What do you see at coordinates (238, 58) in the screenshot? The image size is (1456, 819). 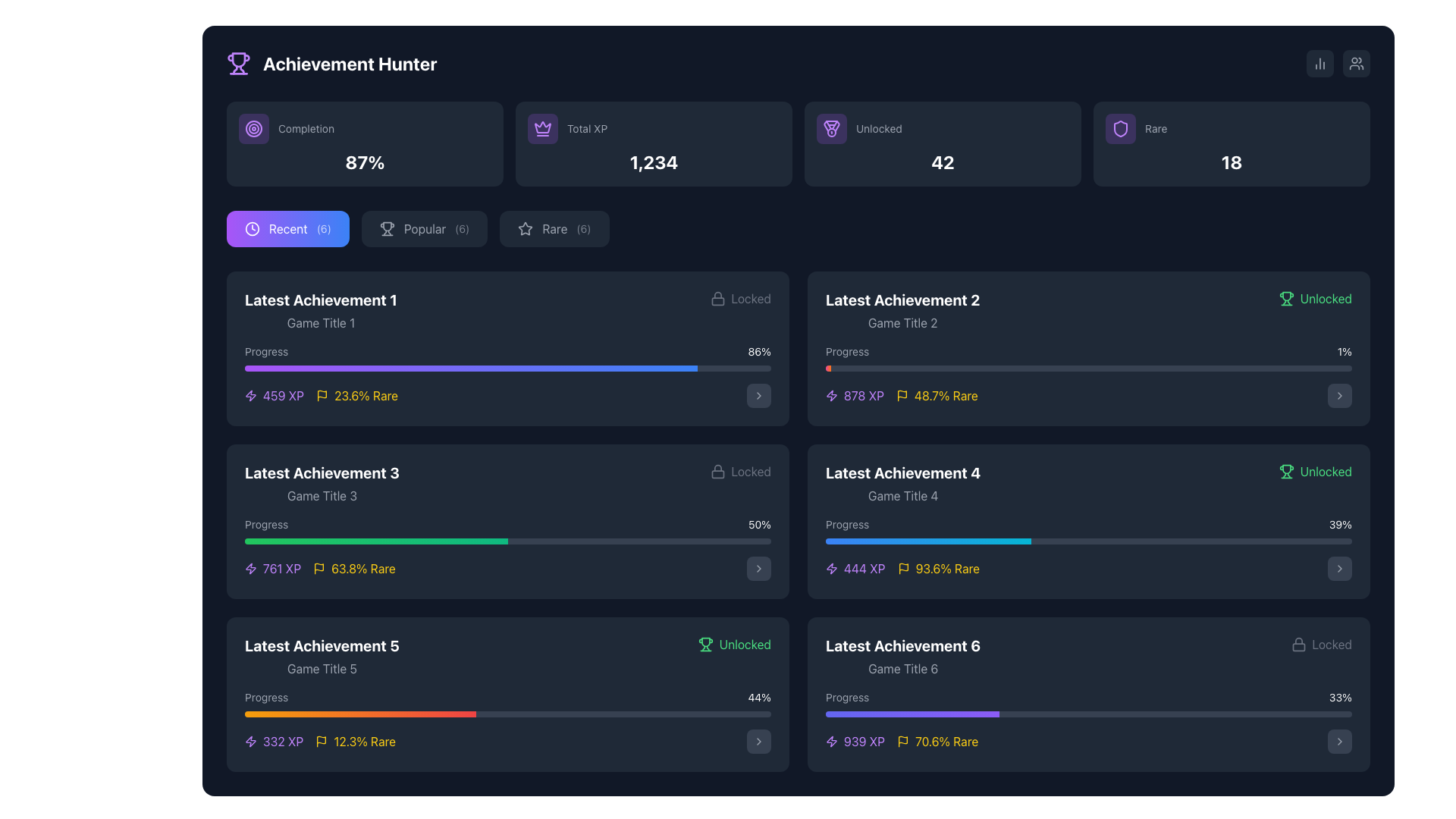 I see `the trophy icon component located at the top left of the interface near the text 'Achievement Hunter', specifically on the upper section forming the cup-like structure` at bounding box center [238, 58].